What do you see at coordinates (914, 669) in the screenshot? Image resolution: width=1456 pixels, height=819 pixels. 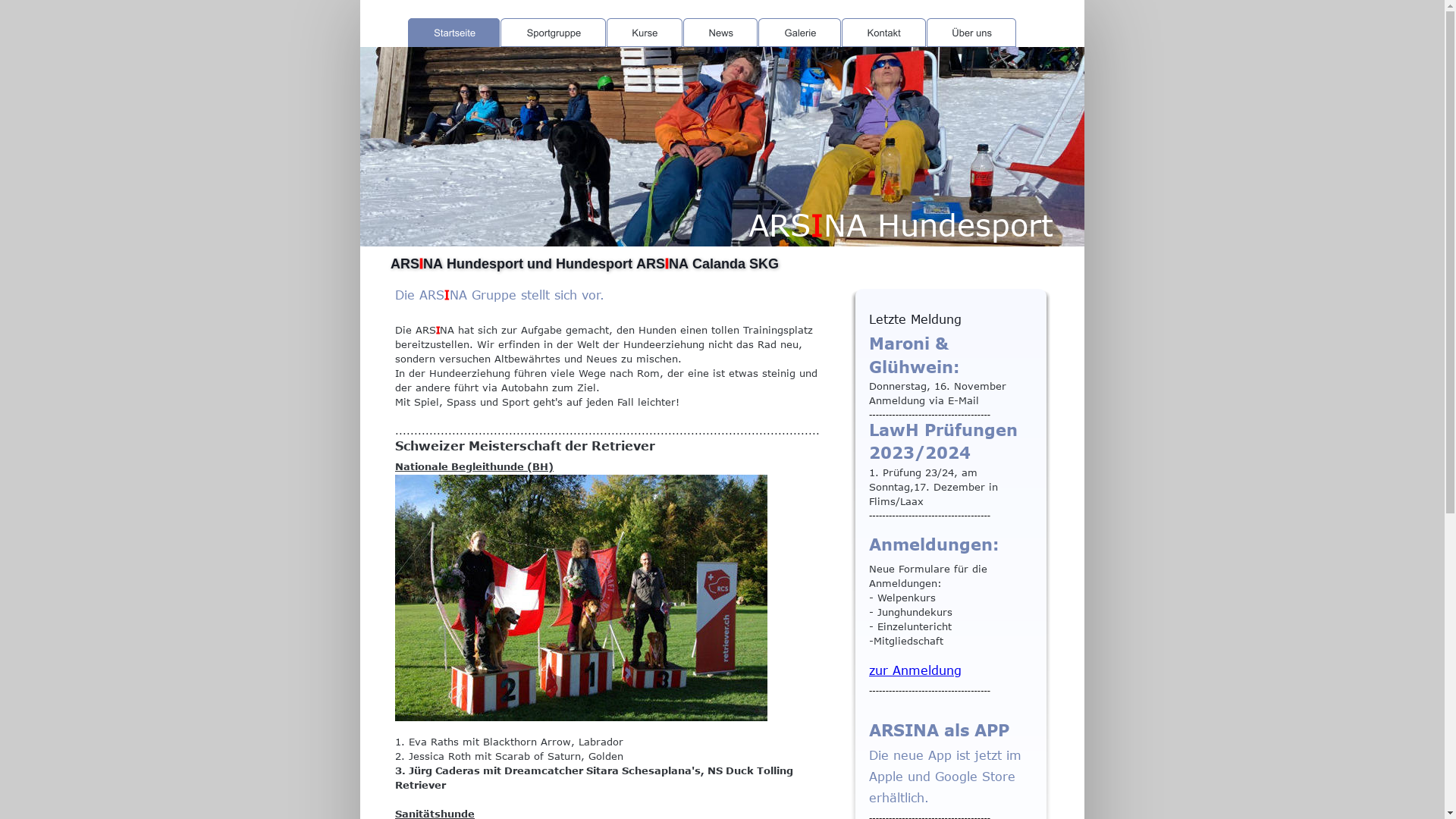 I see `'zur Anmeldung'` at bounding box center [914, 669].